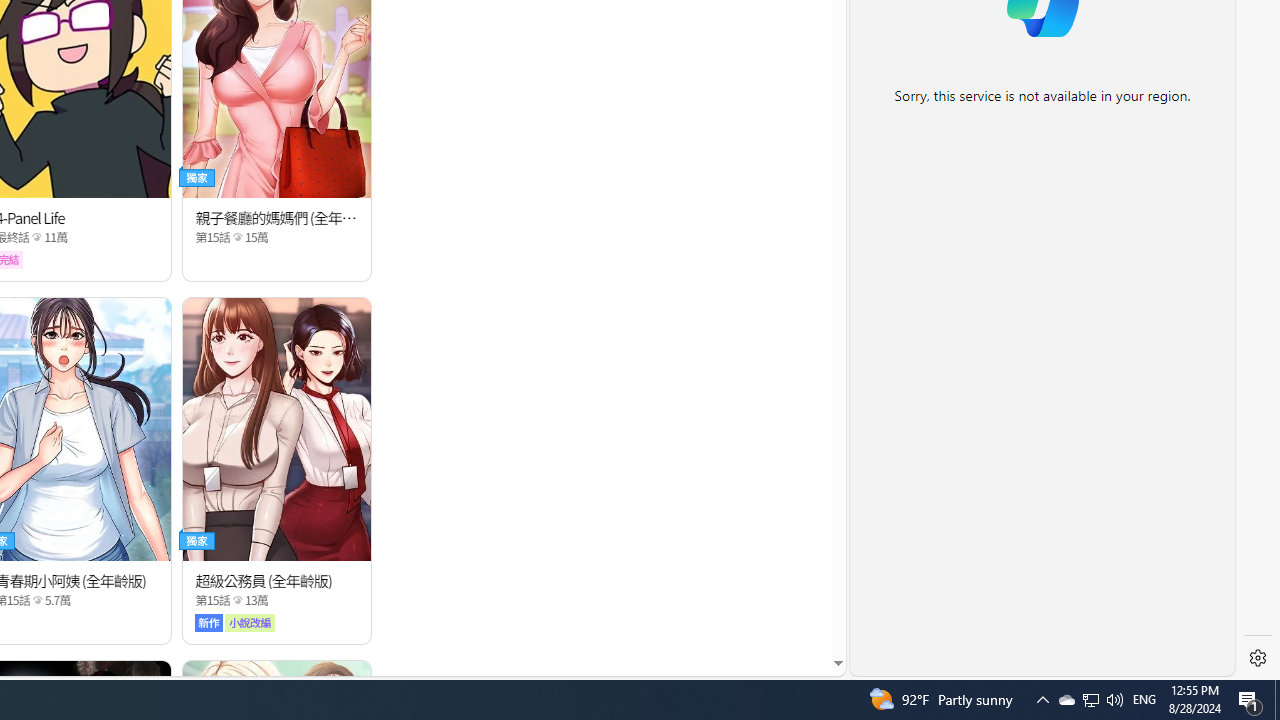  Describe the element at coordinates (276, 427) in the screenshot. I see `'Class: thumb_img'` at that location.